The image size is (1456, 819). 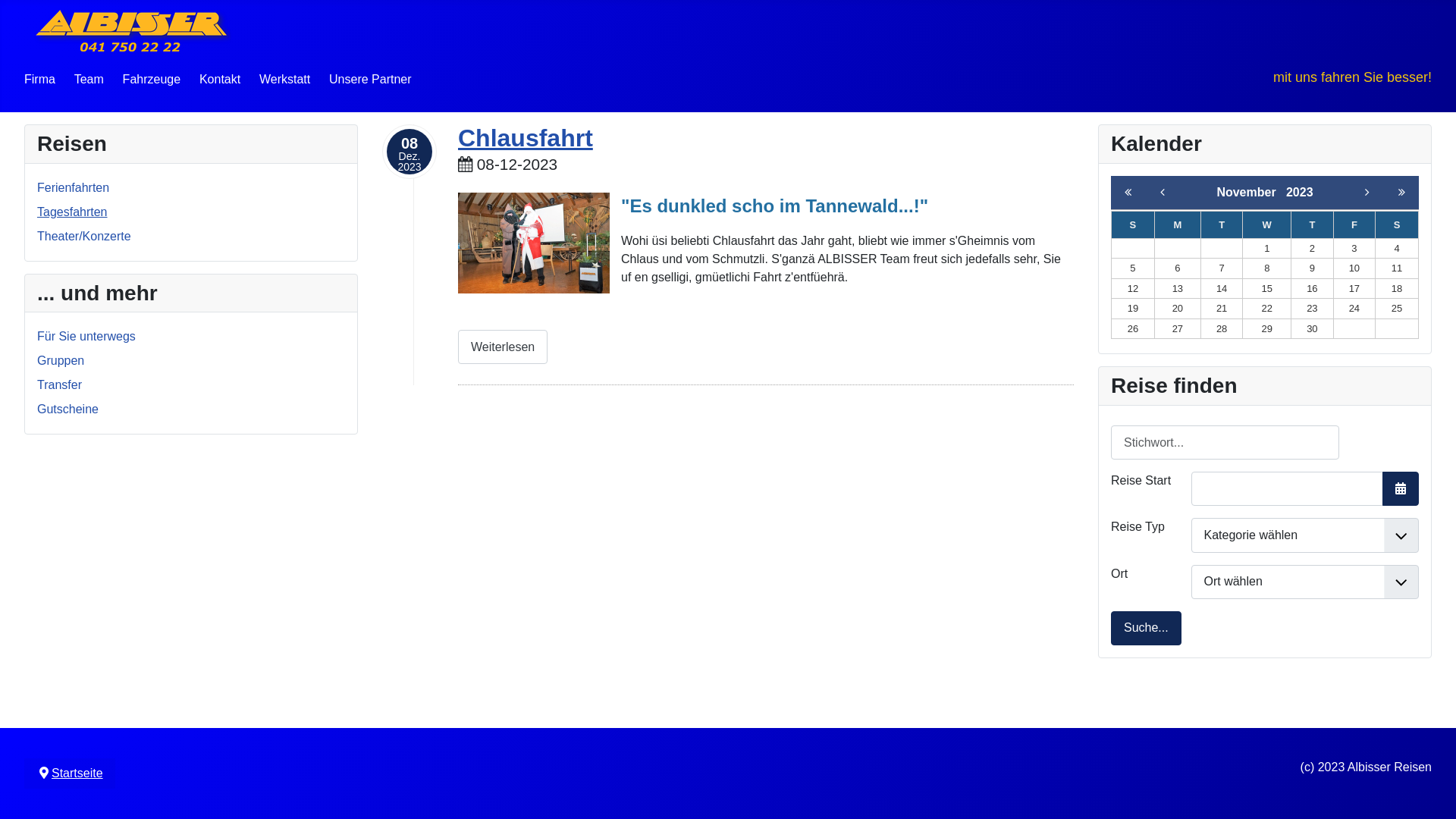 I want to click on 'Kontakt', so click(x=218, y=79).